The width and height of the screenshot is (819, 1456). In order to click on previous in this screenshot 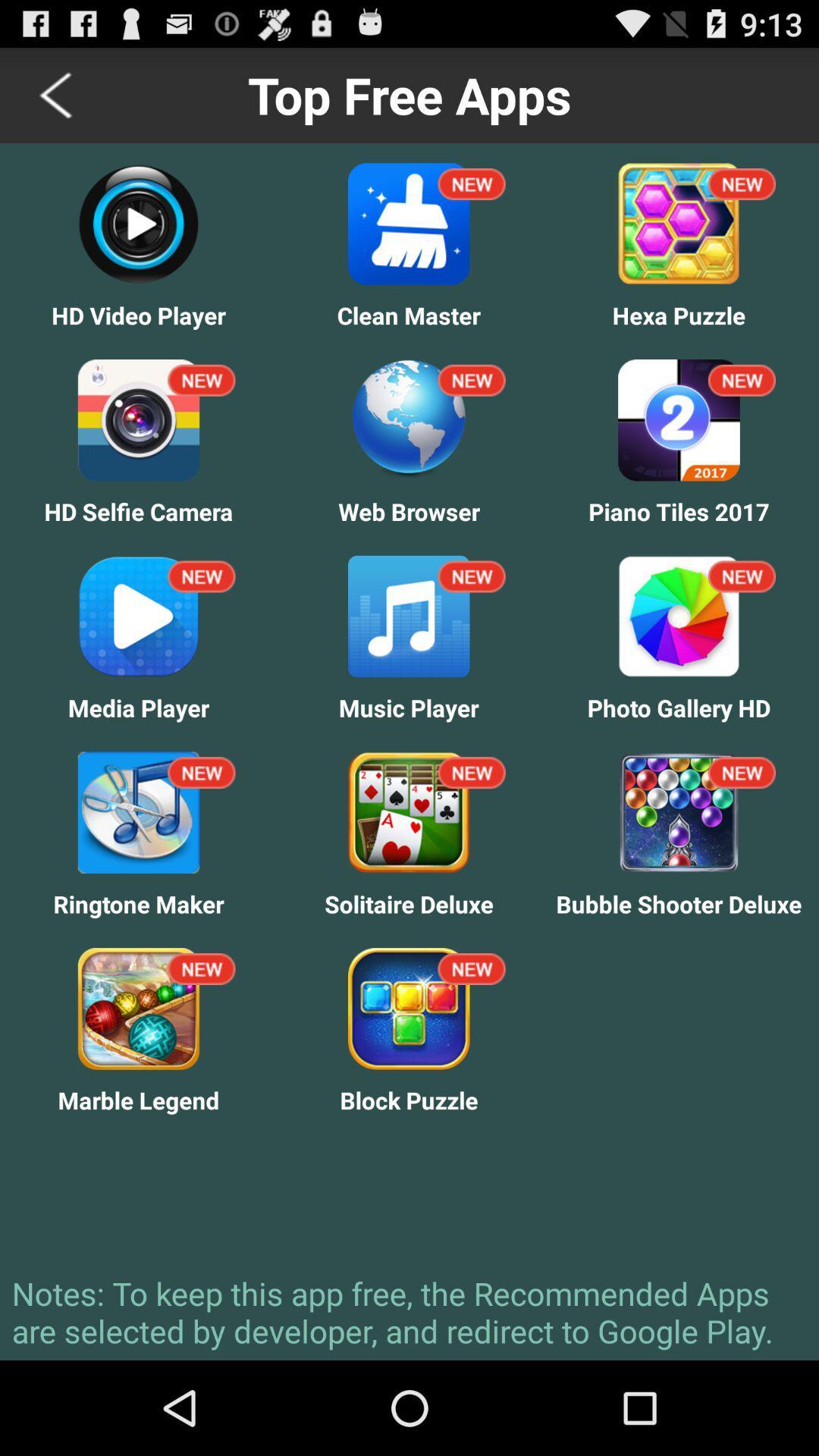, I will do `click(57, 94)`.